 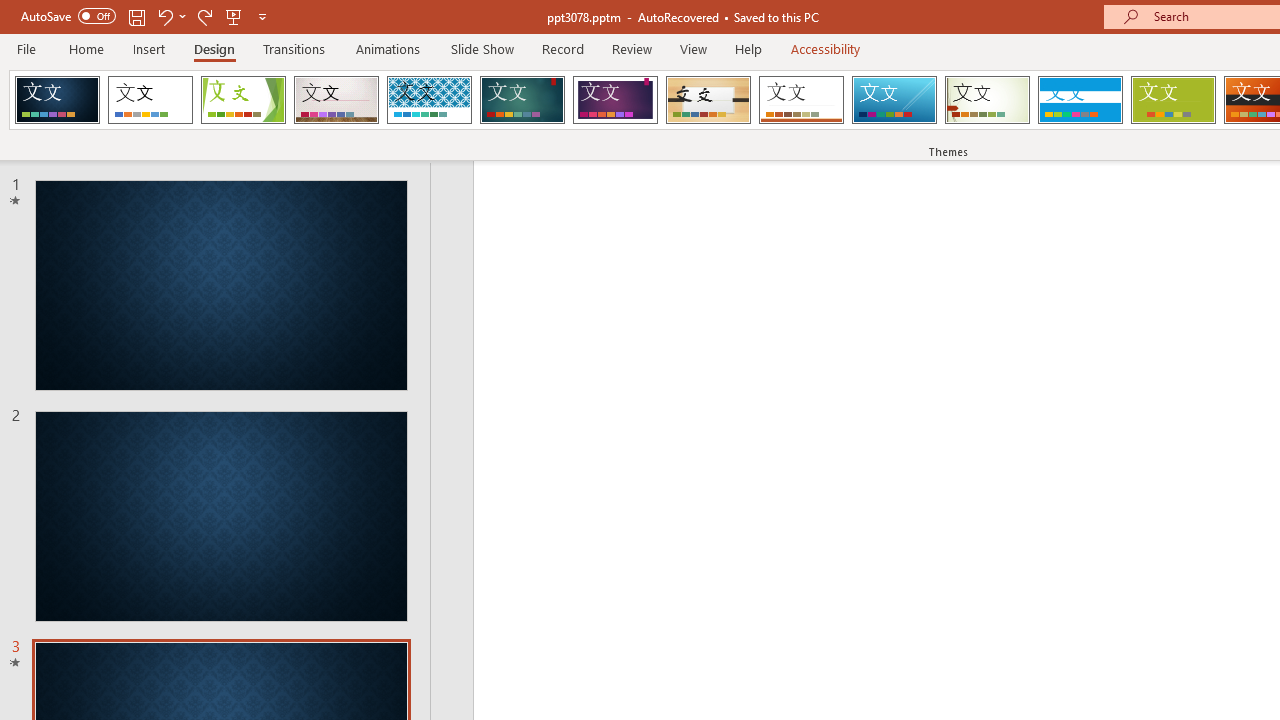 What do you see at coordinates (987, 100) in the screenshot?
I see `'Wisp'` at bounding box center [987, 100].